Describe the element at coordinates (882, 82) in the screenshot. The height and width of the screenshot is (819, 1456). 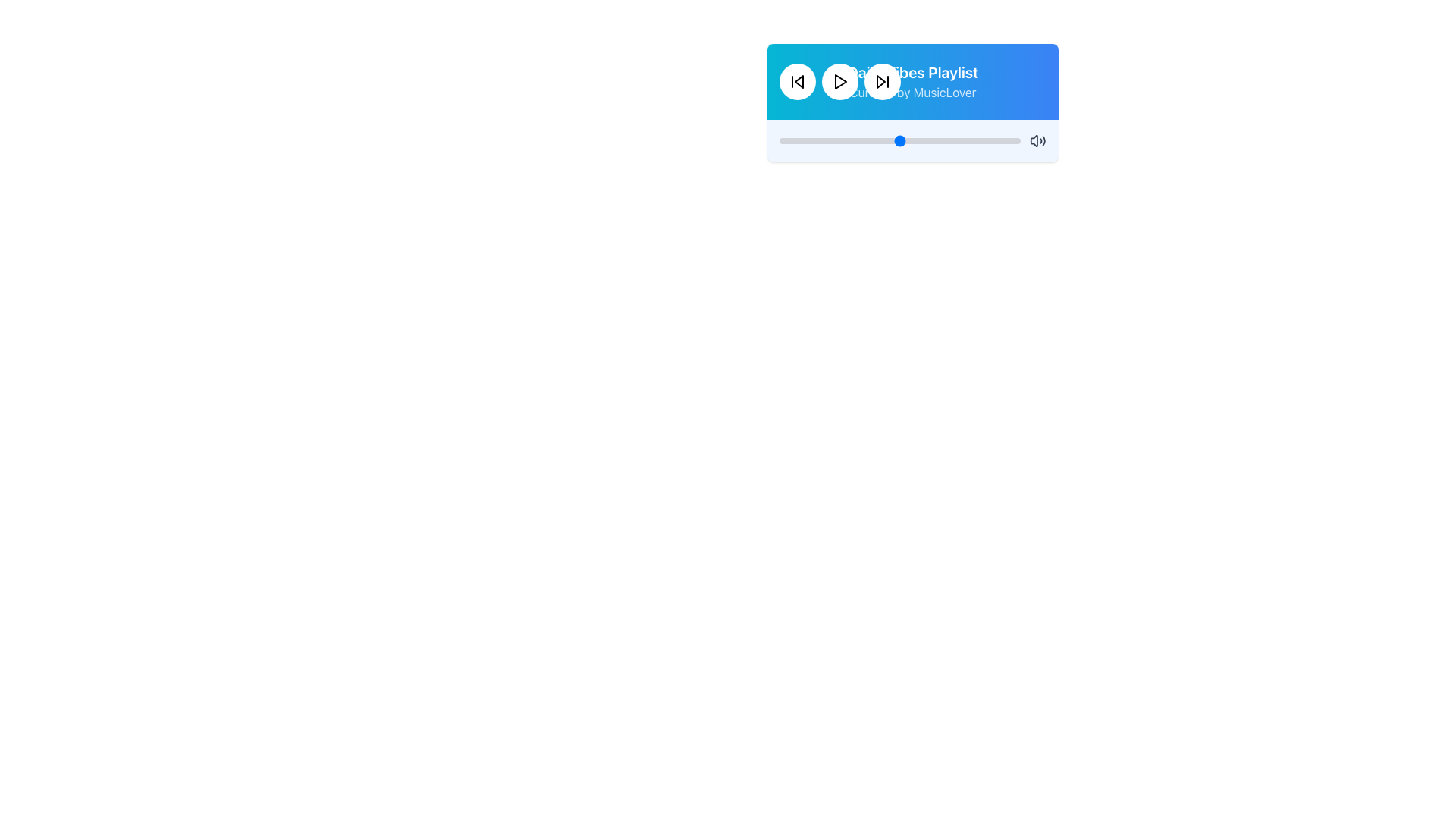
I see `the button on the far right side of the row containing three circular buttons` at that location.